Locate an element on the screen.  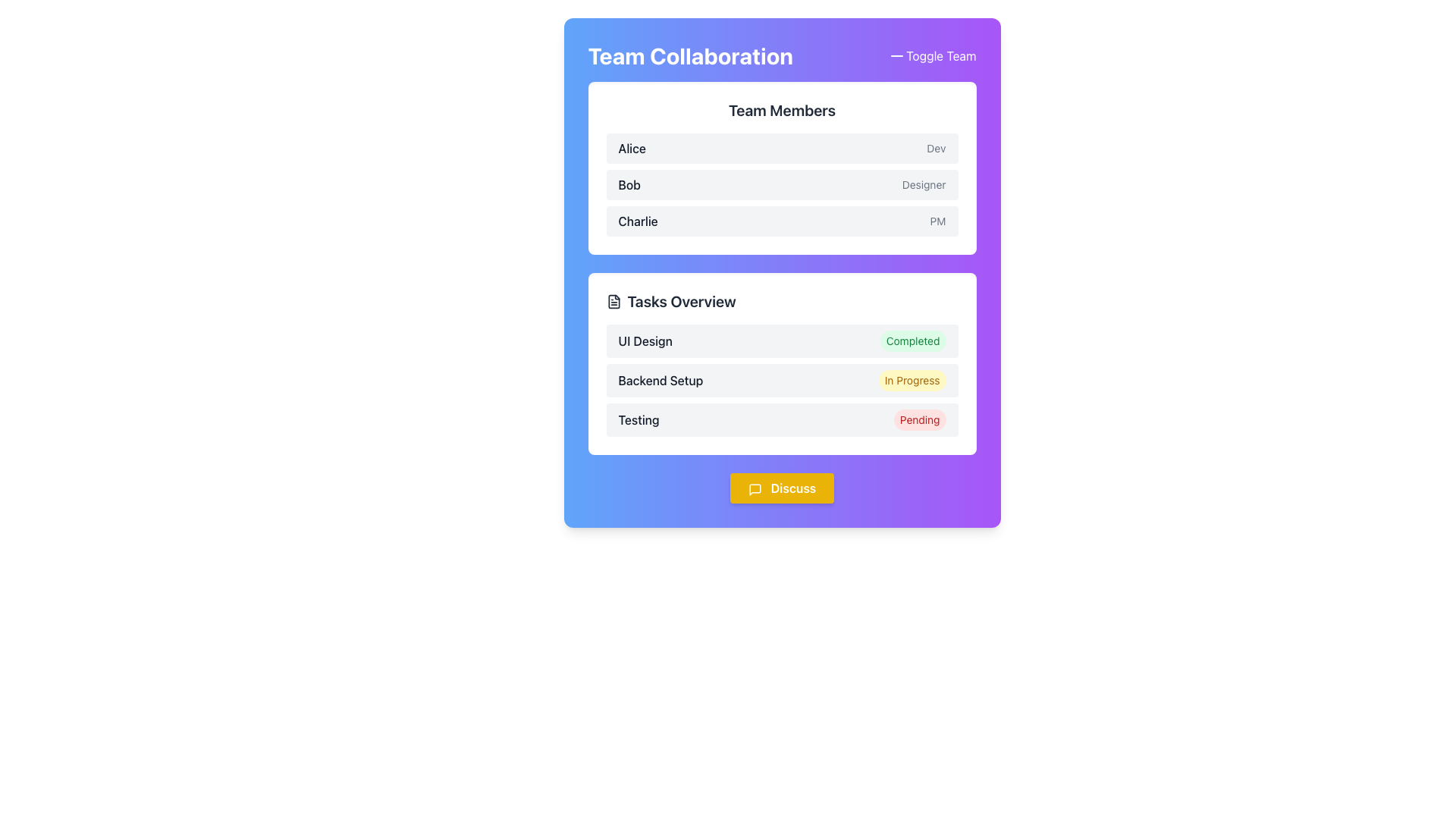
the speech bubble icon within the yellow button labeled 'Discuss', which is centrally located beneath the 'Tasks Overview' section is located at coordinates (755, 489).